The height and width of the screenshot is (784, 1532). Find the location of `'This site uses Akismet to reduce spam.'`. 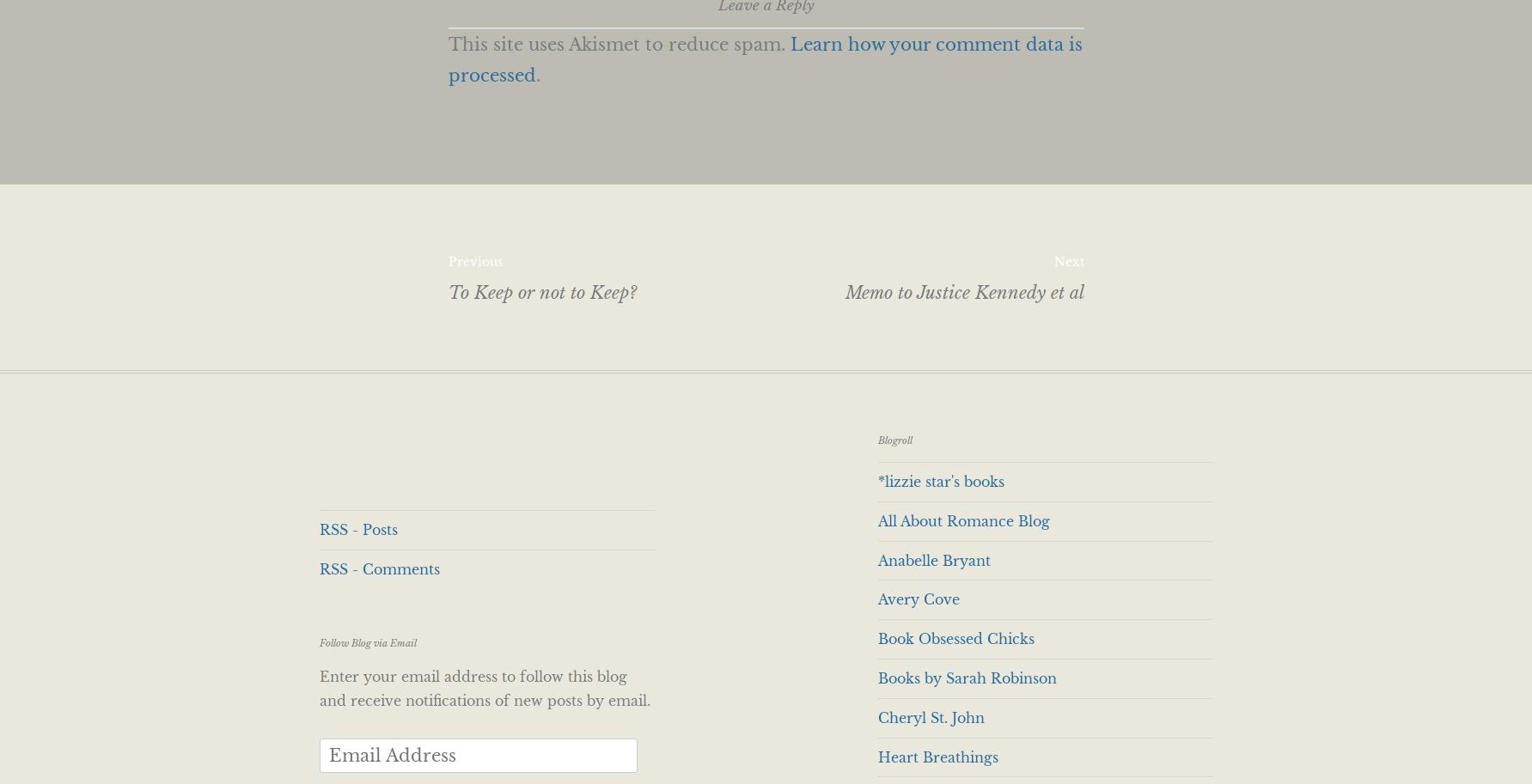

'This site uses Akismet to reduce spam.' is located at coordinates (617, 44).